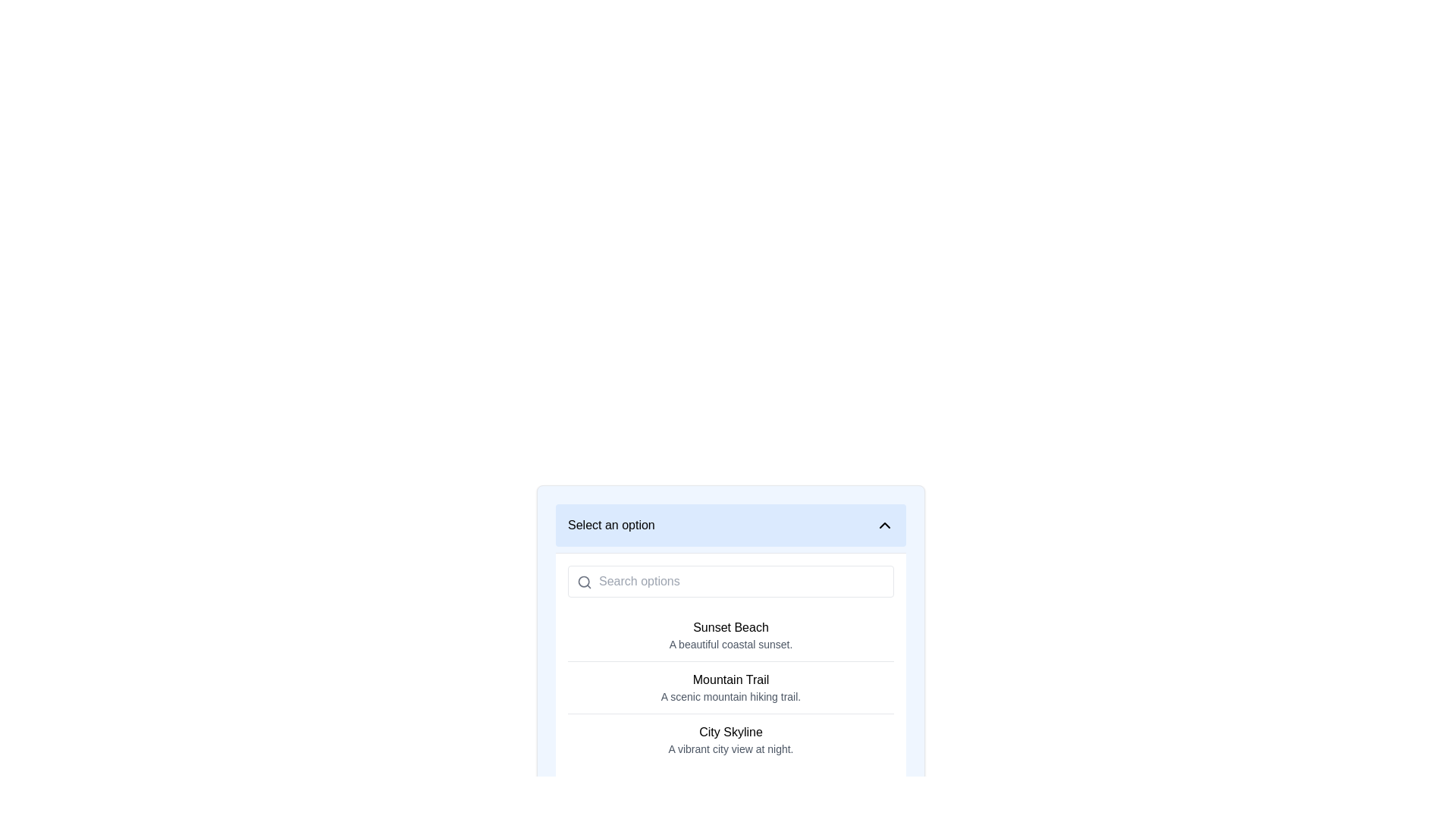  What do you see at coordinates (583, 581) in the screenshot?
I see `the circular icon within the magnifying glass SVG, located at the top-left corner of the dropdown menu interface` at bounding box center [583, 581].